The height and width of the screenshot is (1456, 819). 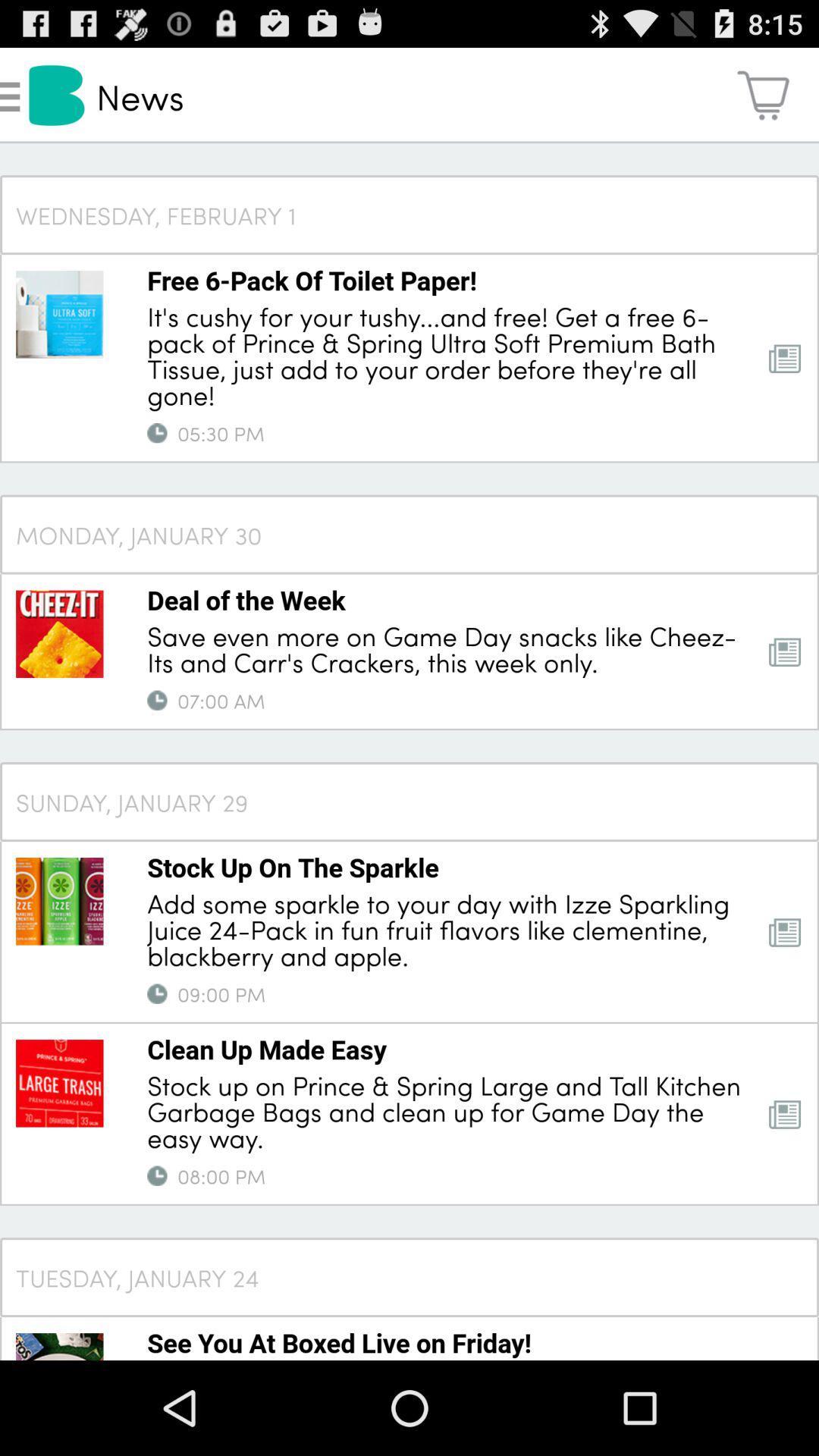 I want to click on wednesday, february 1 item, so click(x=409, y=214).